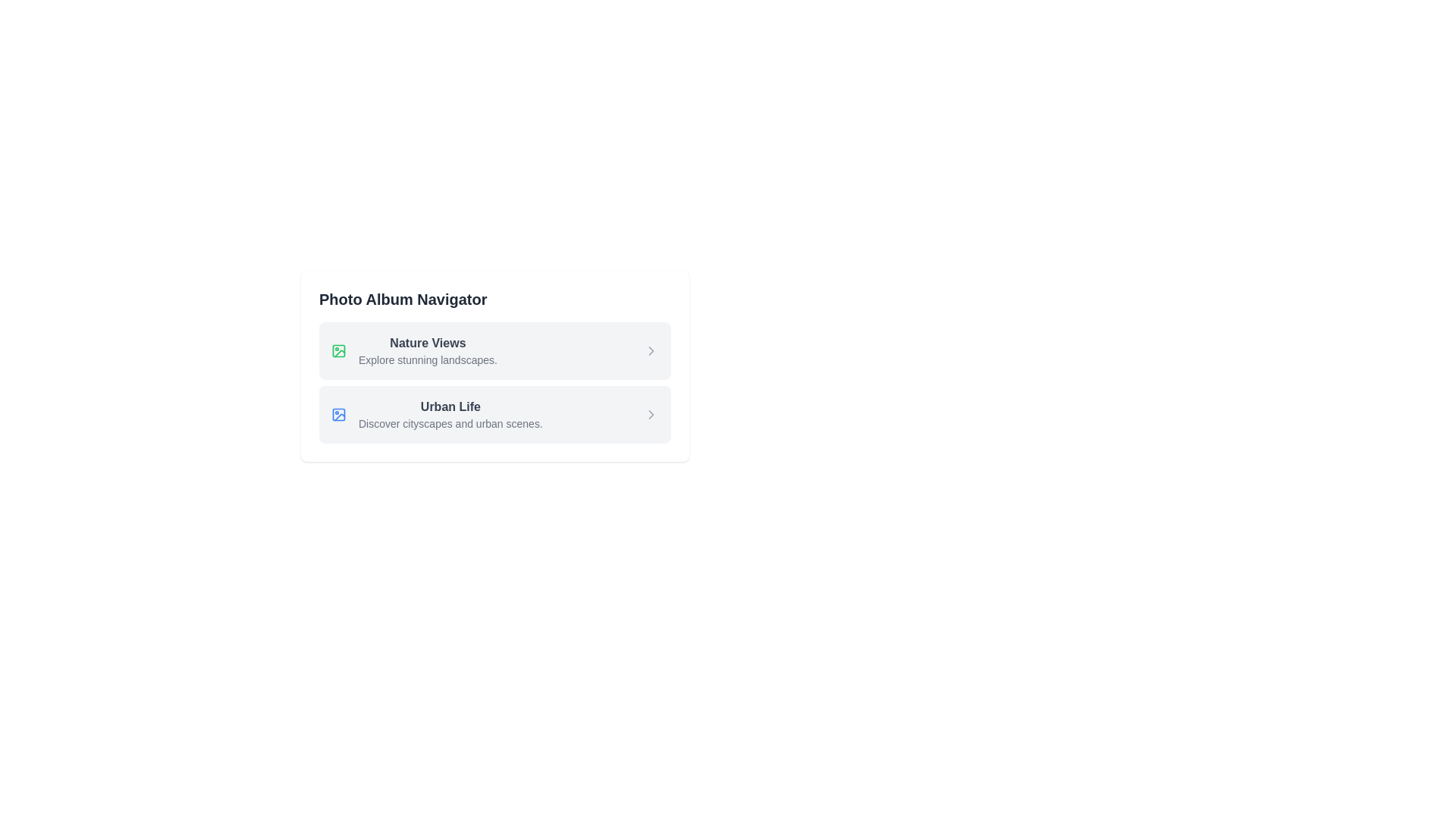 The width and height of the screenshot is (1456, 819). I want to click on the 'Urban Life' button-like navigational item, so click(494, 415).